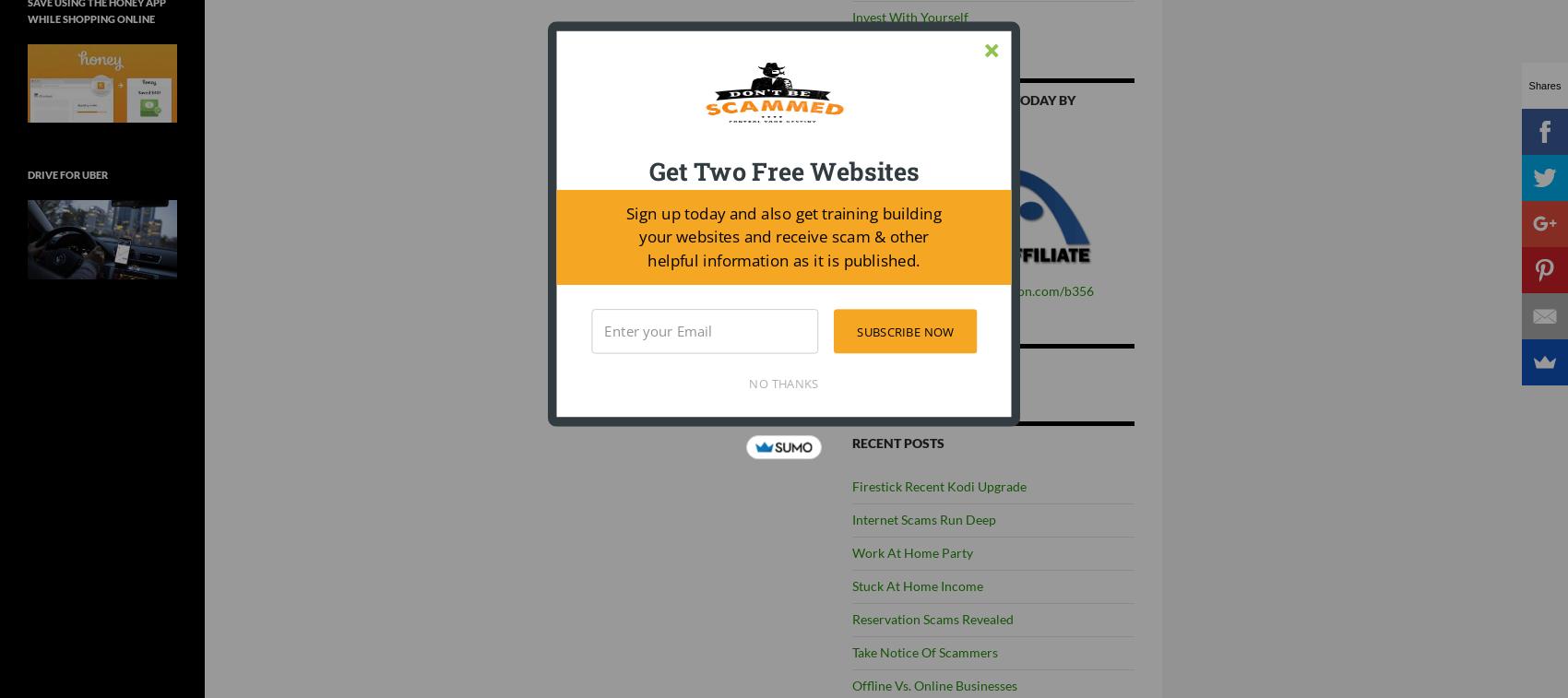  Describe the element at coordinates (897, 443) in the screenshot. I see `'Recent Posts'` at that location.